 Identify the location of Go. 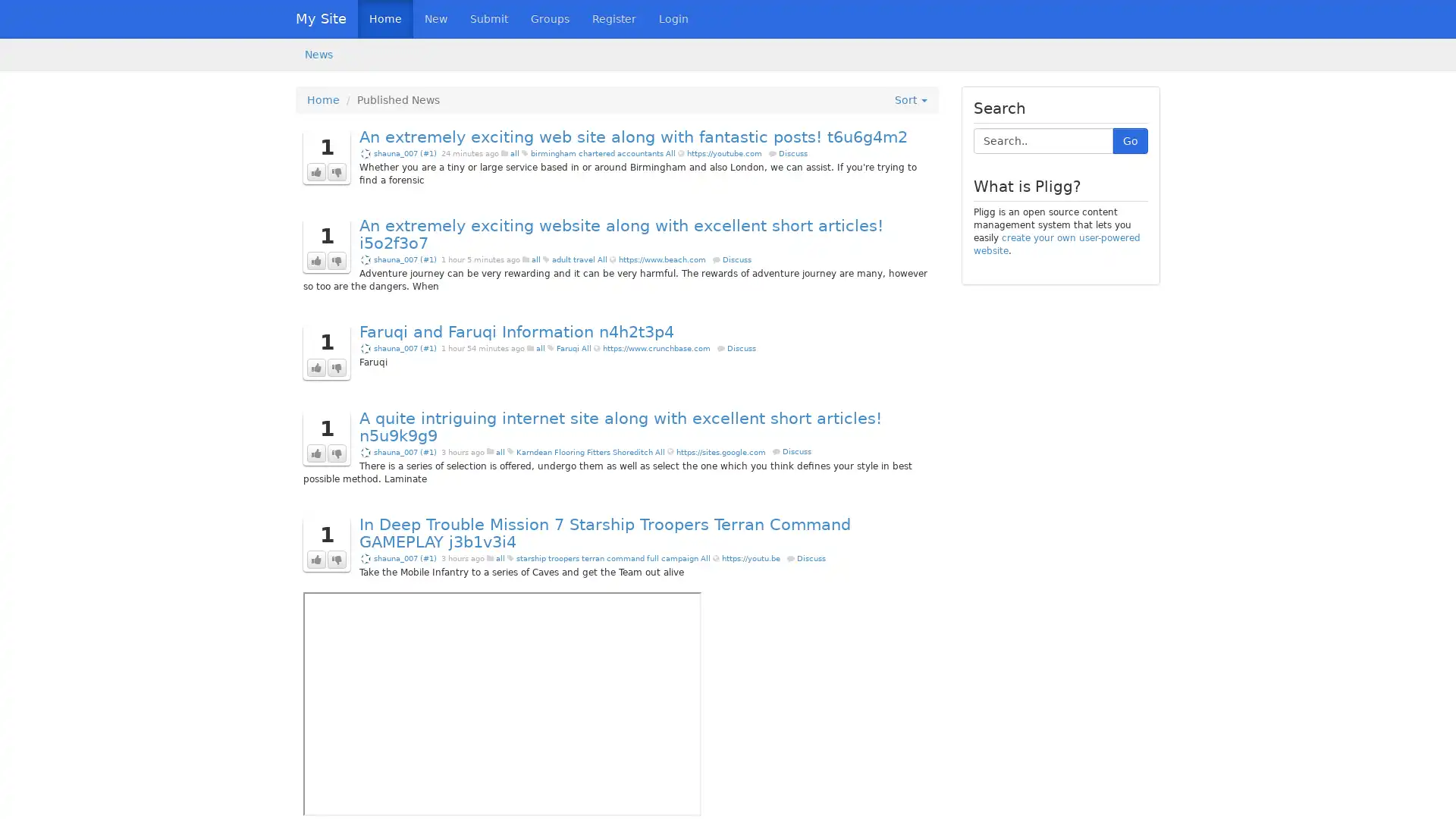
(1131, 140).